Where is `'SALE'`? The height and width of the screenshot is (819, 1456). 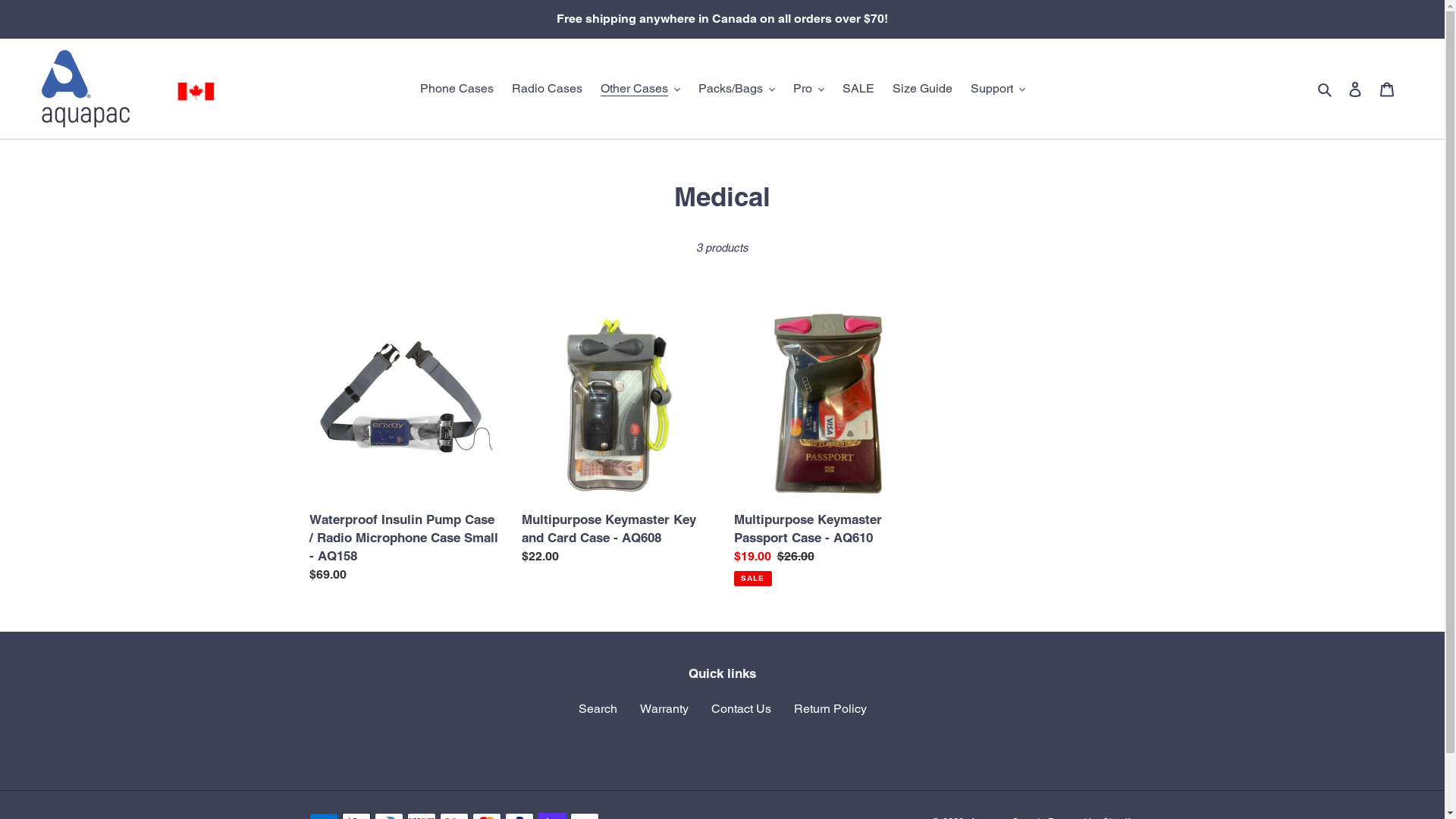 'SALE' is located at coordinates (858, 88).